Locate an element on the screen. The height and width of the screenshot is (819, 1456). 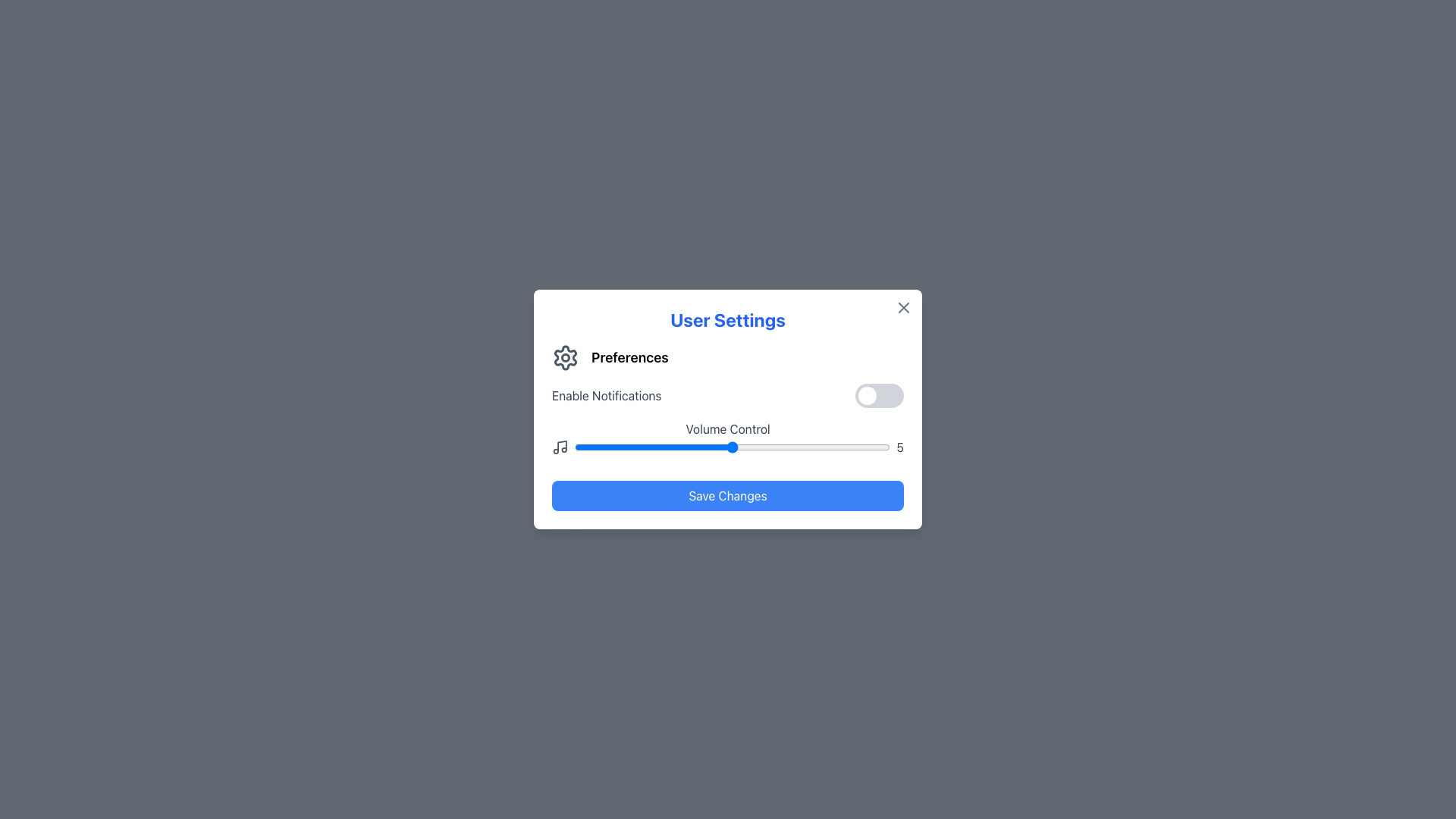
the small circular icon styled as a dot within the settings icon, located at the top-left area of the interface window, next to the 'Preferences' label is located at coordinates (564, 357).